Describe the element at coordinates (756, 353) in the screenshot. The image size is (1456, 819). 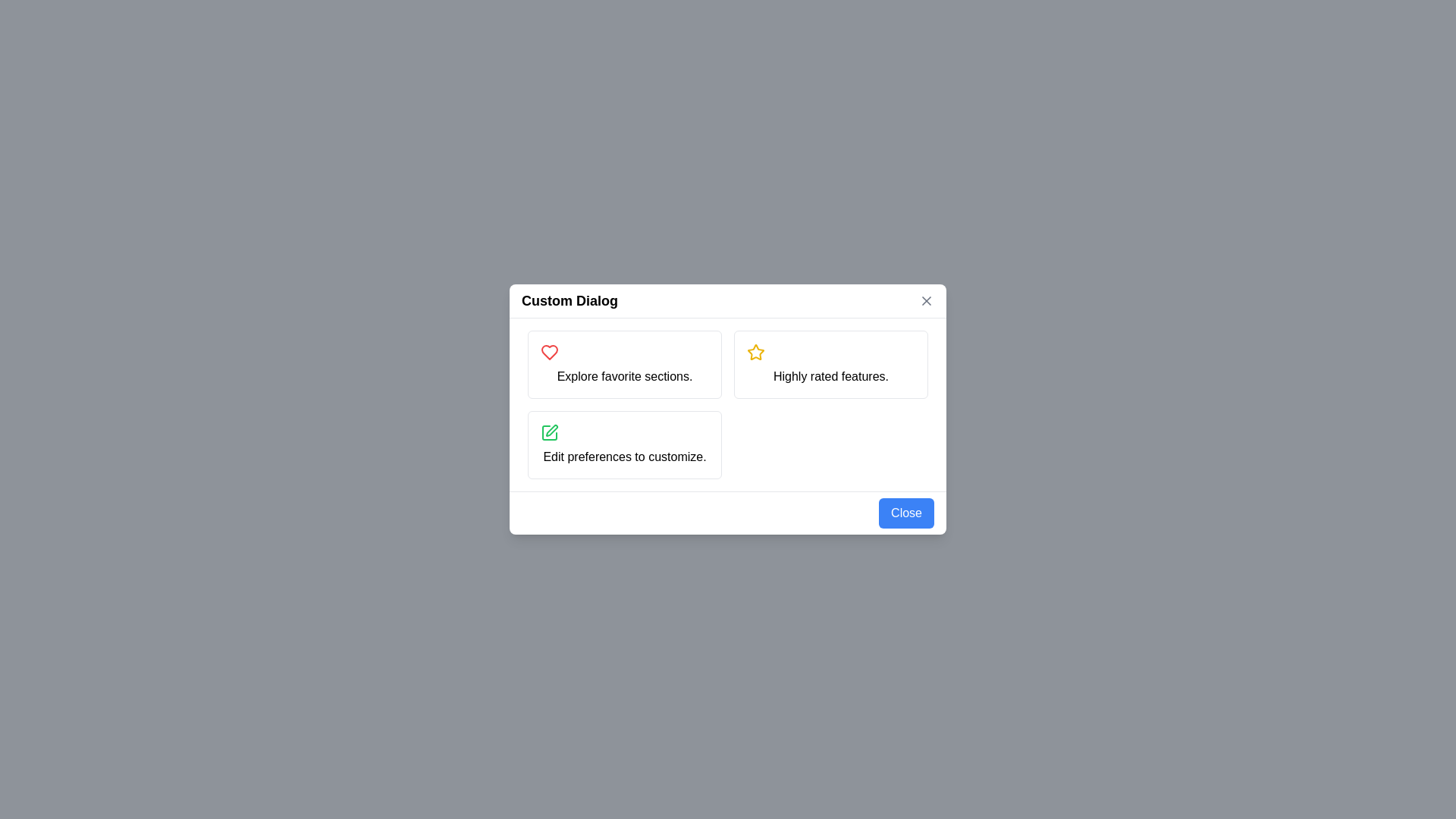
I see `the star rating icon in the top-right section of the dialog box that indicates 'Highly rated features'` at that location.